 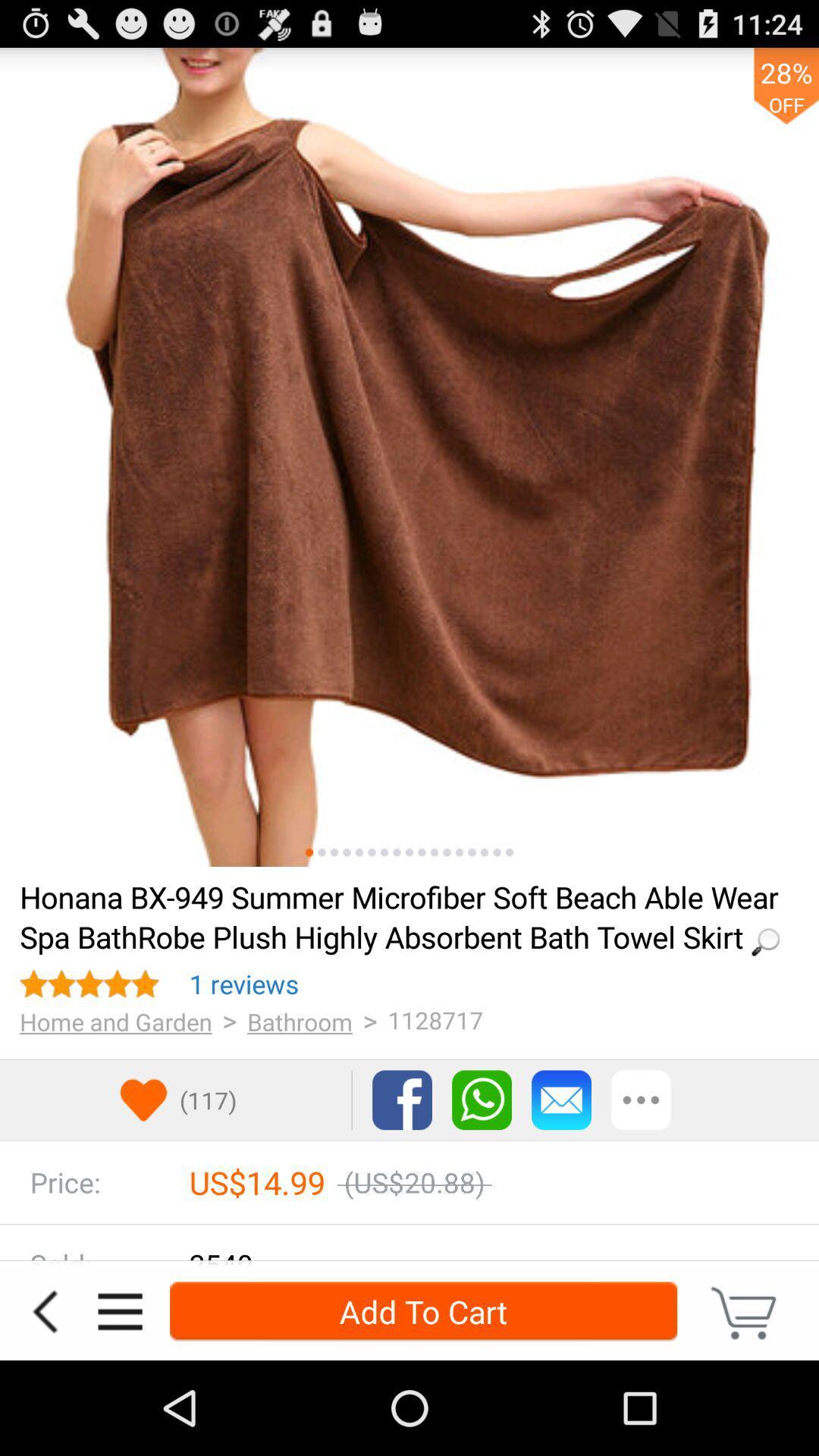 I want to click on icon above the loading... icon, so click(x=383, y=852).